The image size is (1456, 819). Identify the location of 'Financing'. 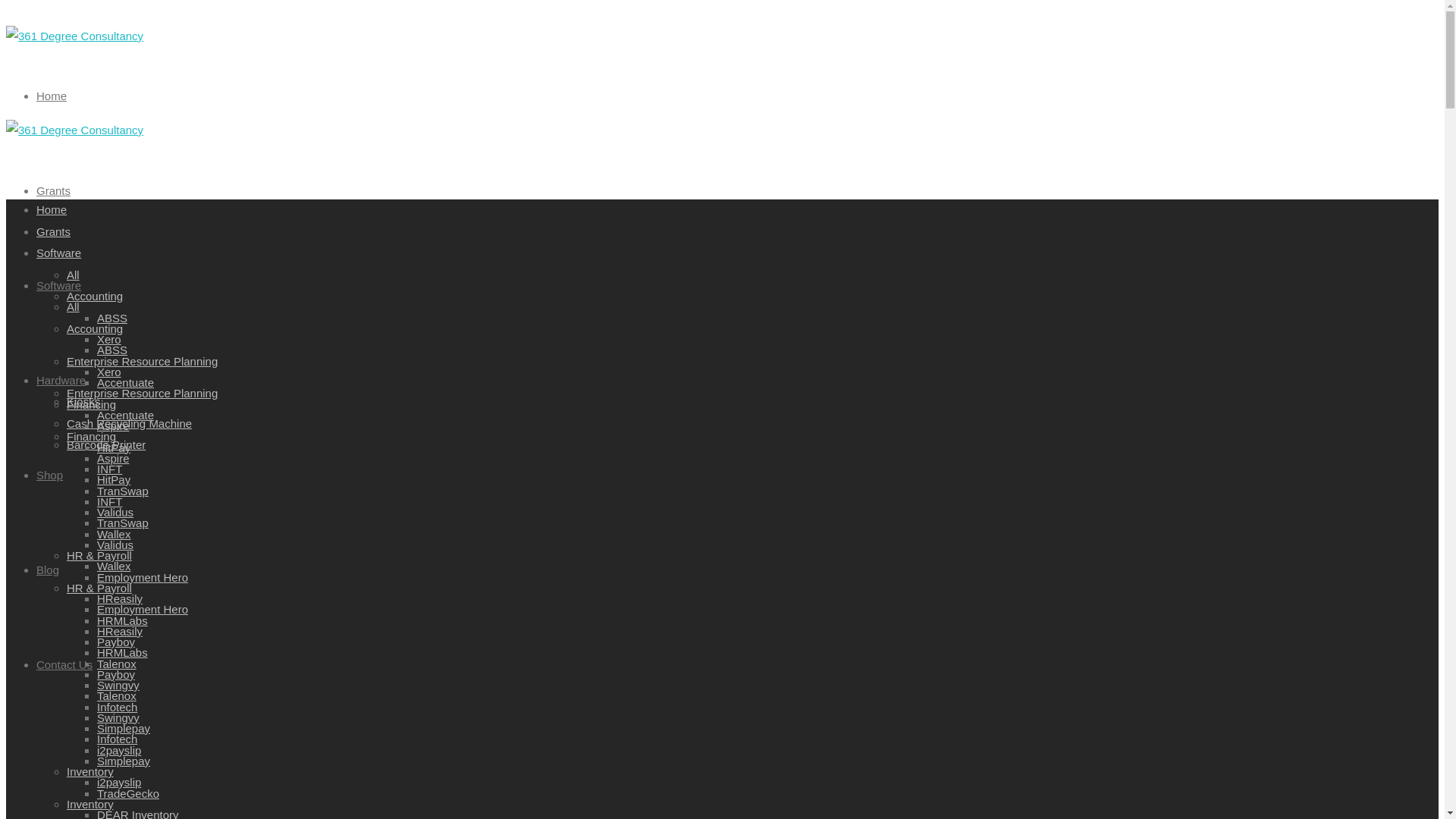
(90, 436).